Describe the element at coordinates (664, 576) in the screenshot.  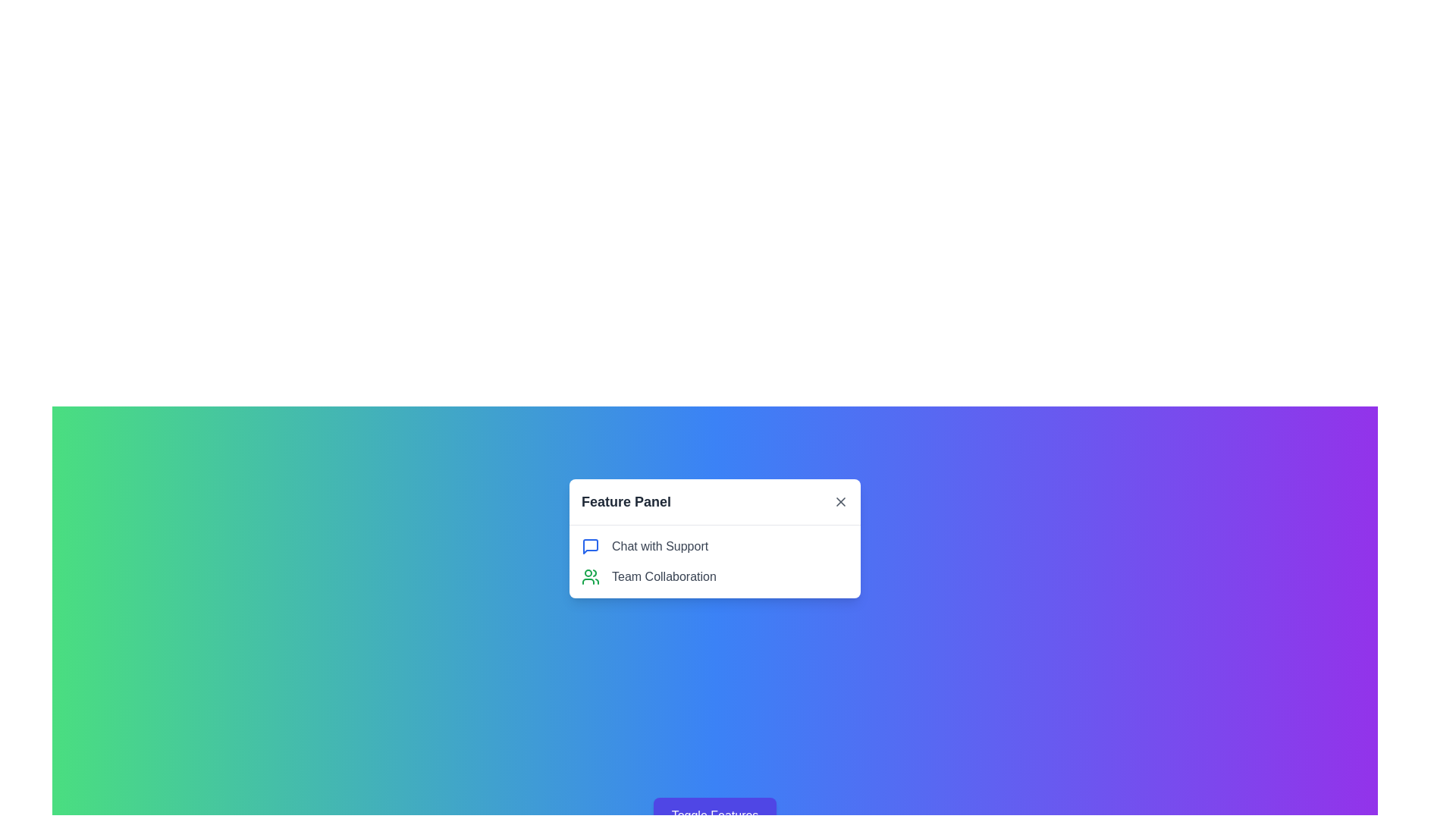
I see `the second Text label in the 'Feature Panel' that describes team collaboration functionalities, located below 'Chat with Support' and aligned to the right of a green user icon` at that location.